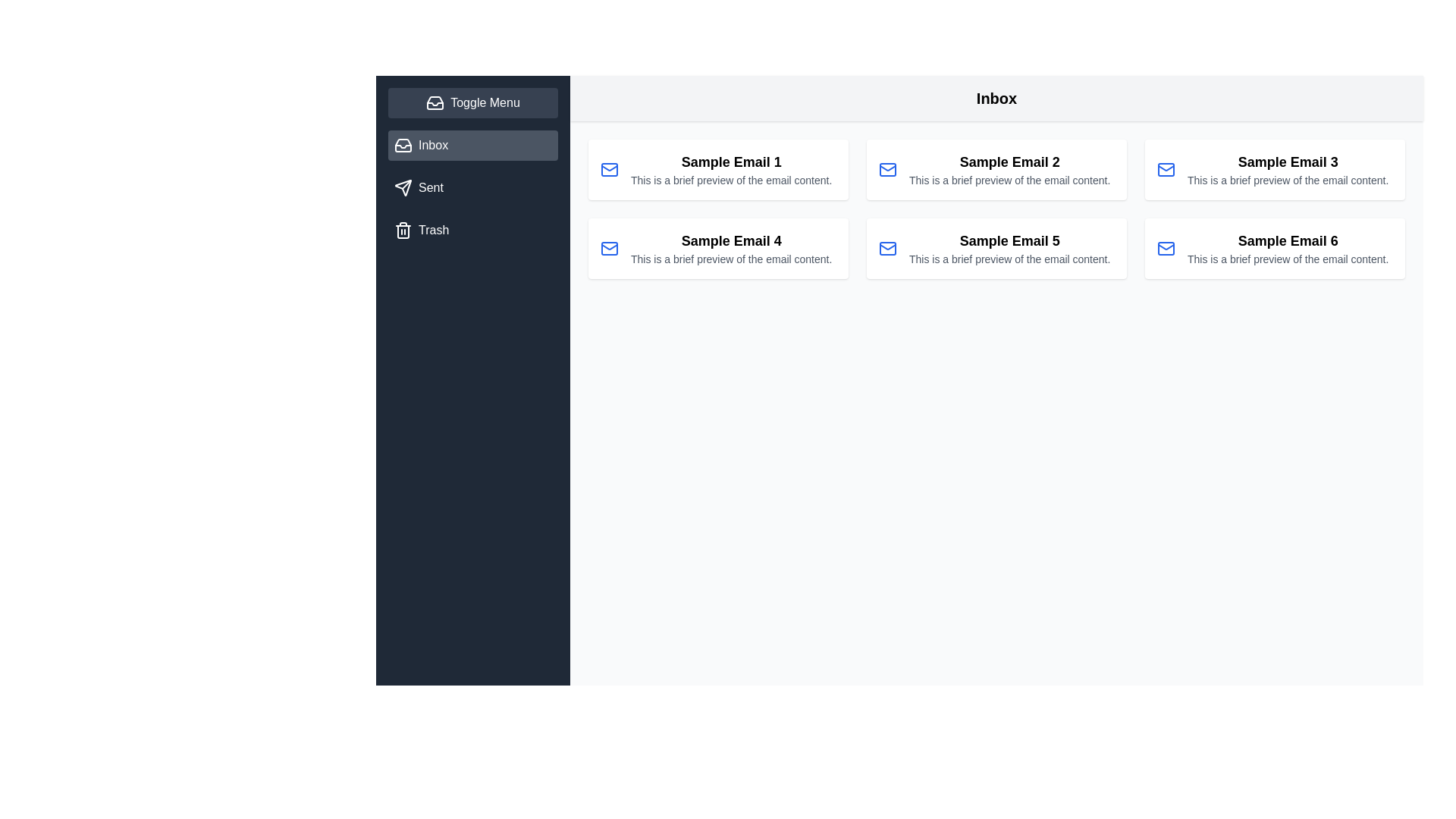 This screenshot has width=1456, height=819. I want to click on text displayed on the title label of the email preview, which is located in the second column of the top row within the structured grid, so click(1009, 162).